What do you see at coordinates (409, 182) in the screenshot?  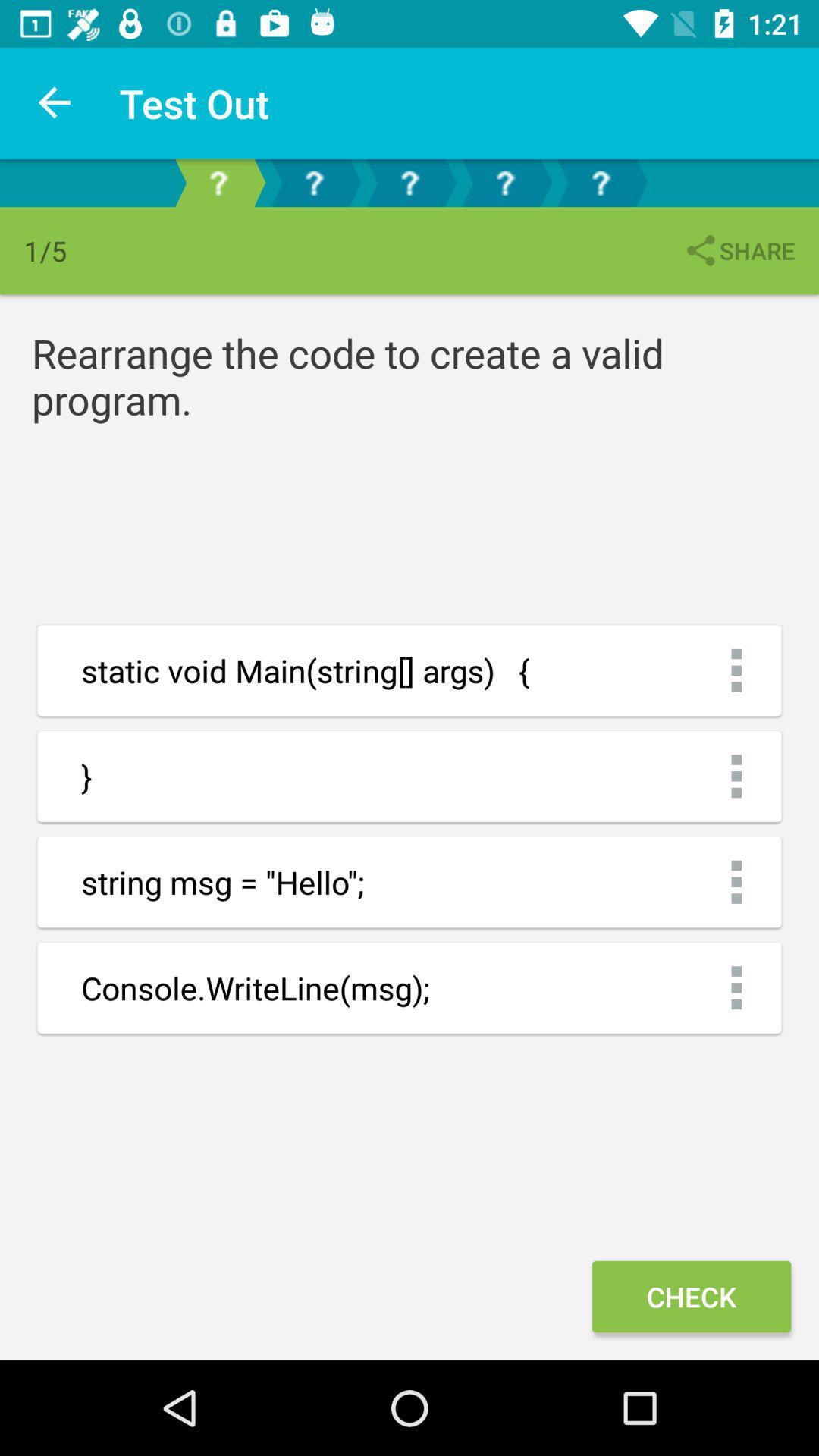 I see `next` at bounding box center [409, 182].